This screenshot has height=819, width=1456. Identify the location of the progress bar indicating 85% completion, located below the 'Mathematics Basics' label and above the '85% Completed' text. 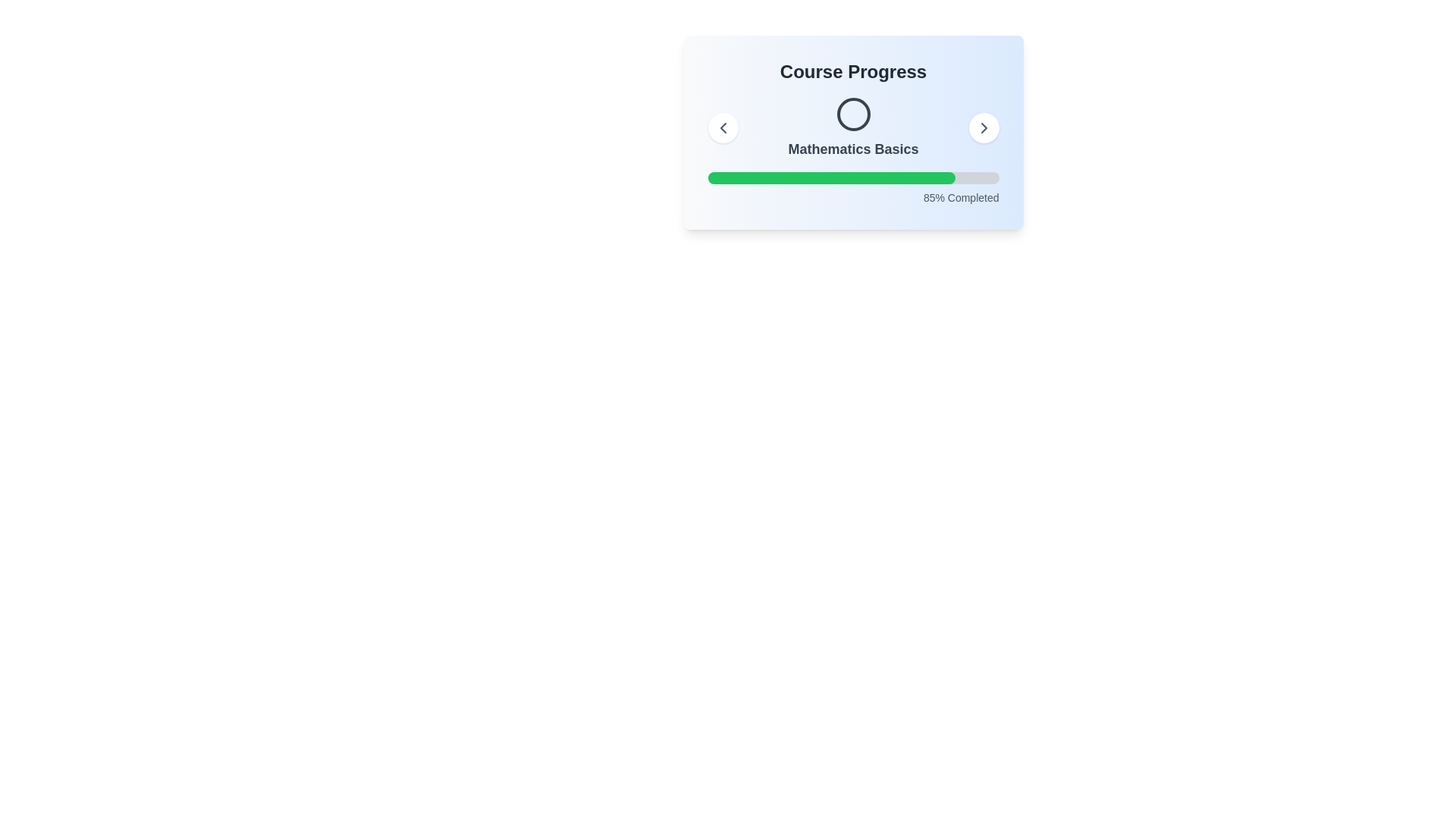
(853, 177).